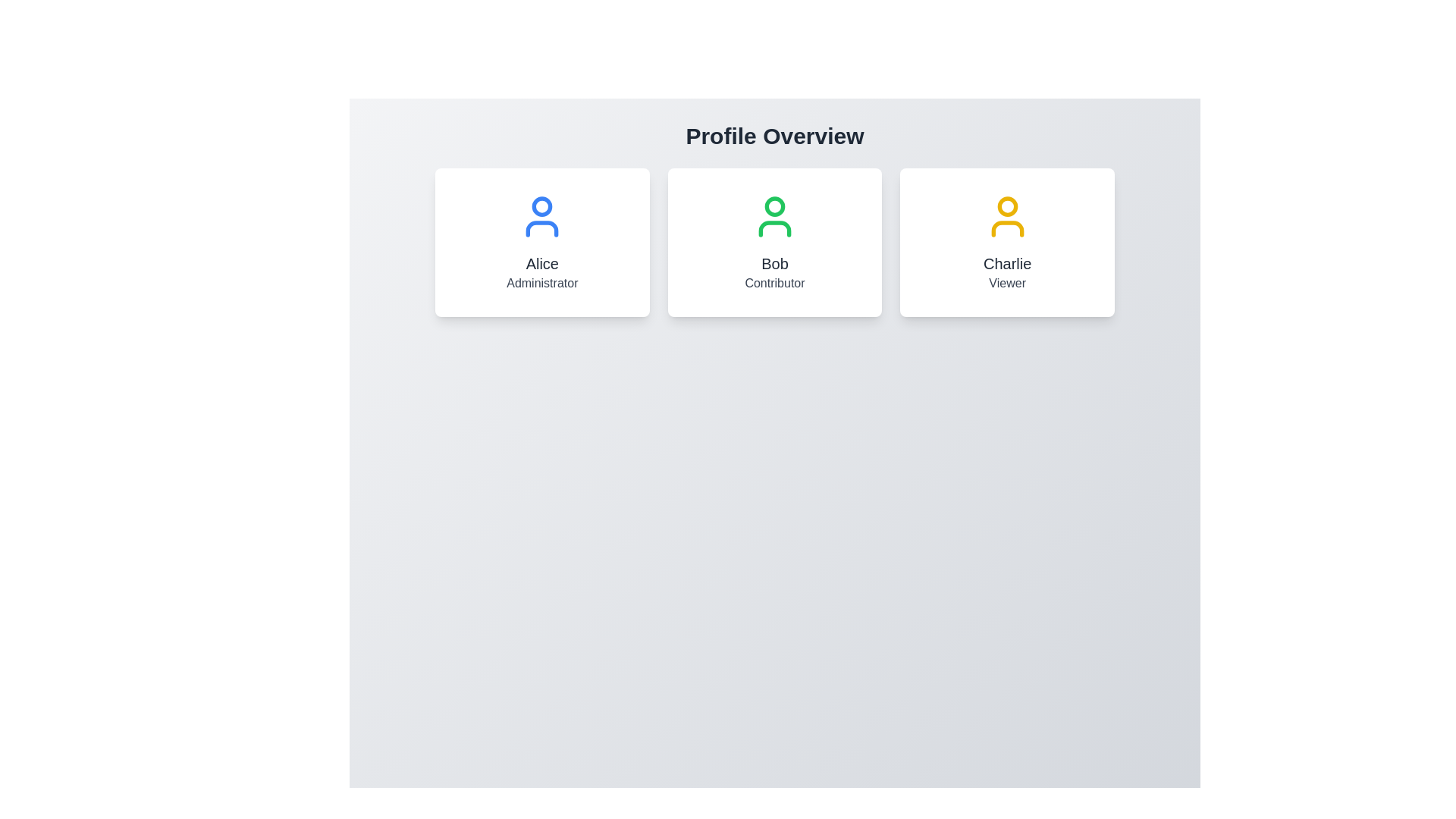 The width and height of the screenshot is (1456, 819). Describe the element at coordinates (542, 262) in the screenshot. I see `the text label displaying the name 'Alice', which is styled in a larger font size with bold weight and dark gray color, positioned below the avatar icon in the first profile card` at that location.